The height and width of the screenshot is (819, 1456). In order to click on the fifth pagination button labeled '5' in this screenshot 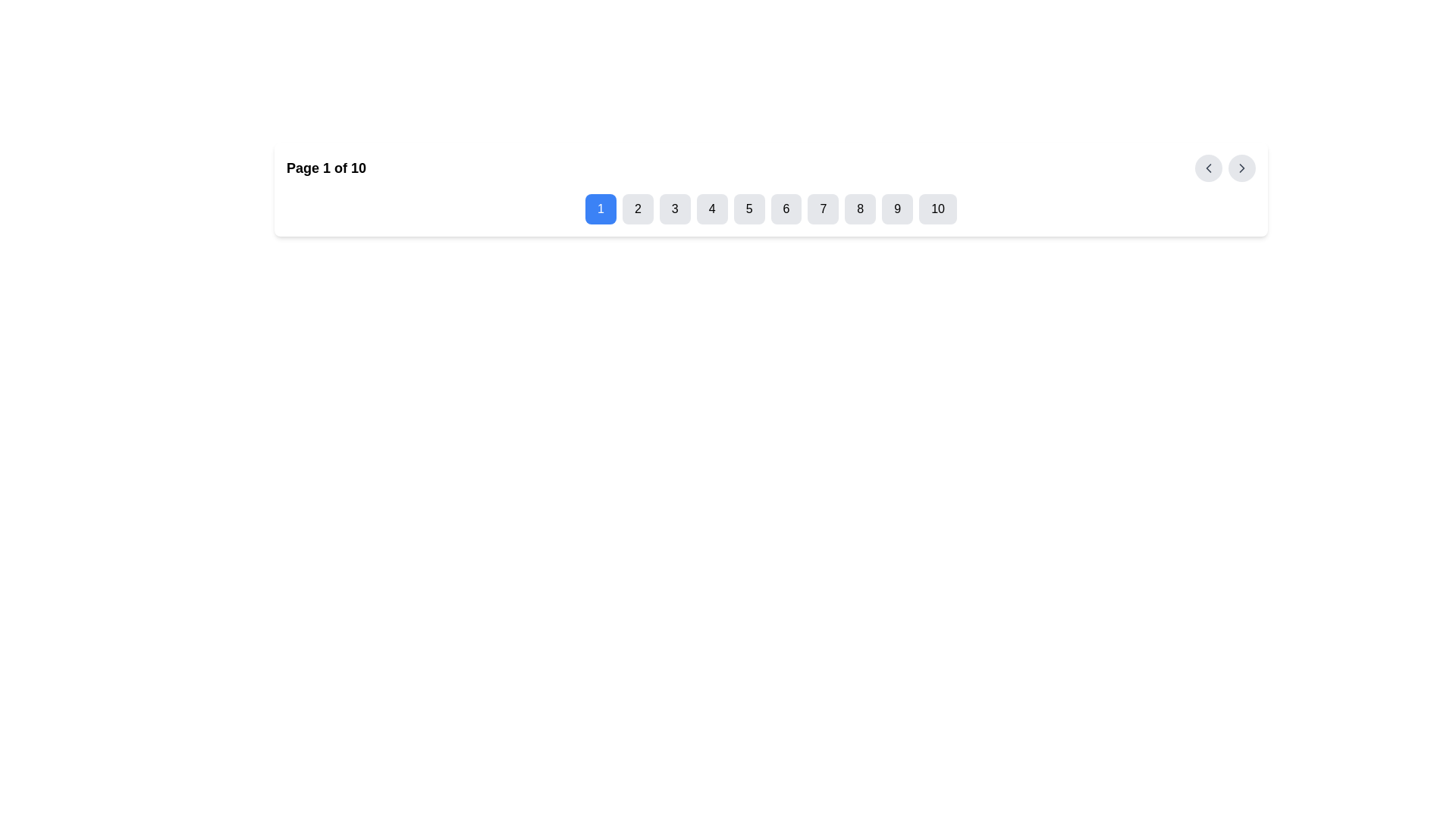, I will do `click(749, 209)`.